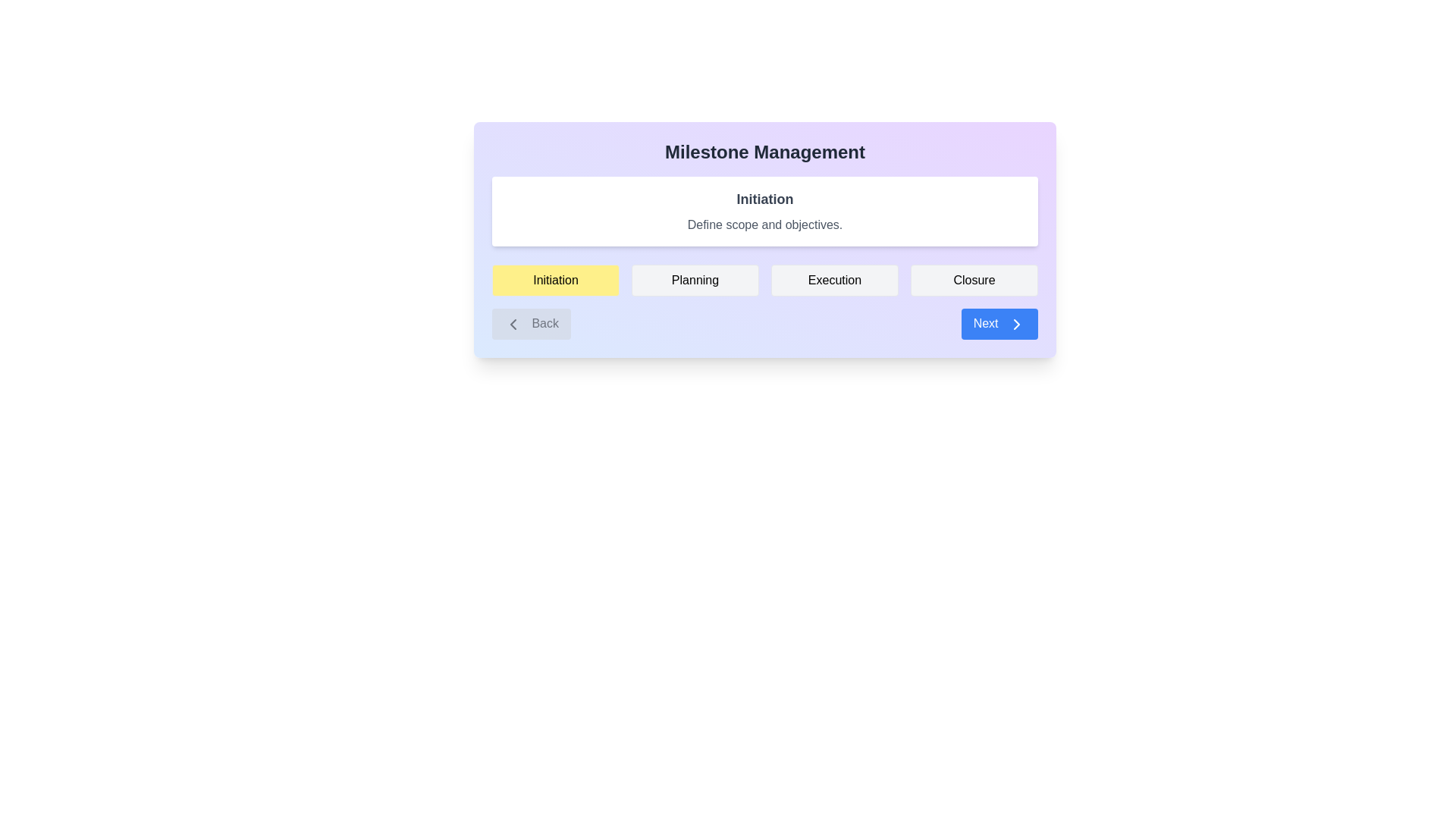  Describe the element at coordinates (764, 281) in the screenshot. I see `the active section 'Initiation' of the Multi-section progress indicator` at that location.